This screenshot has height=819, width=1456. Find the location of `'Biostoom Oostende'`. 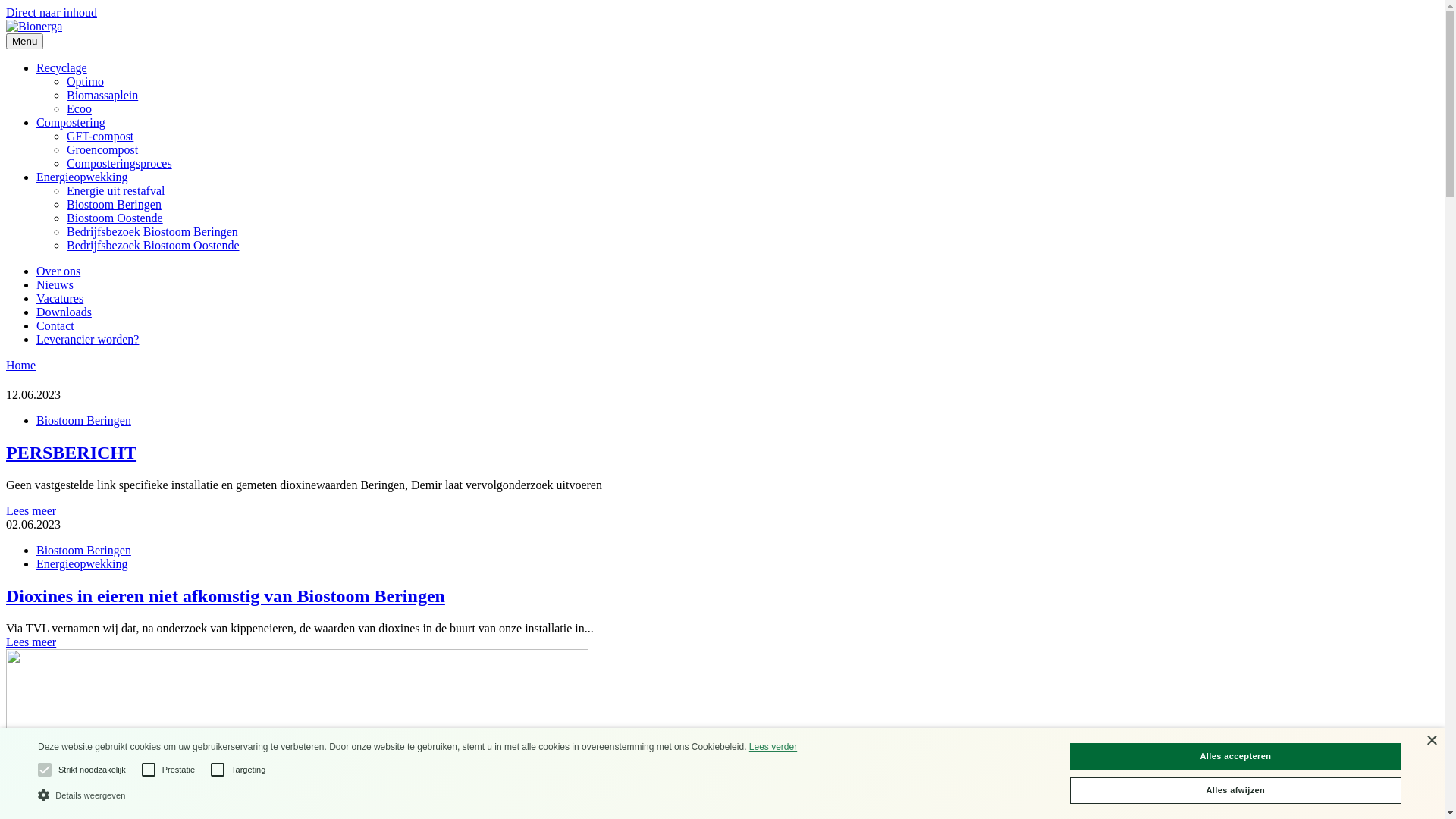

'Biostoom Oostende' is located at coordinates (114, 218).